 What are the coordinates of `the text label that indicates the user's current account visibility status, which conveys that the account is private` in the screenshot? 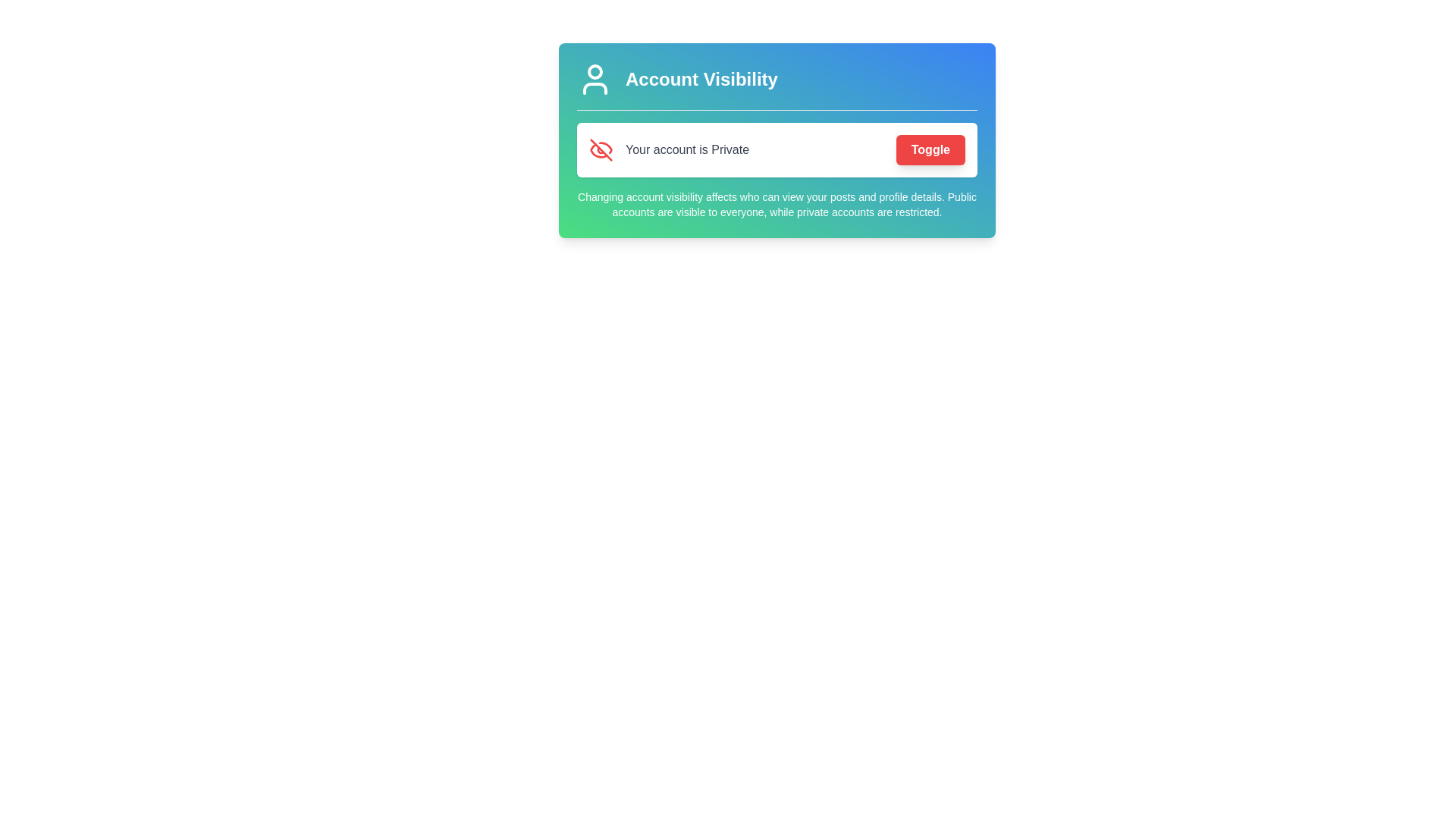 It's located at (686, 149).